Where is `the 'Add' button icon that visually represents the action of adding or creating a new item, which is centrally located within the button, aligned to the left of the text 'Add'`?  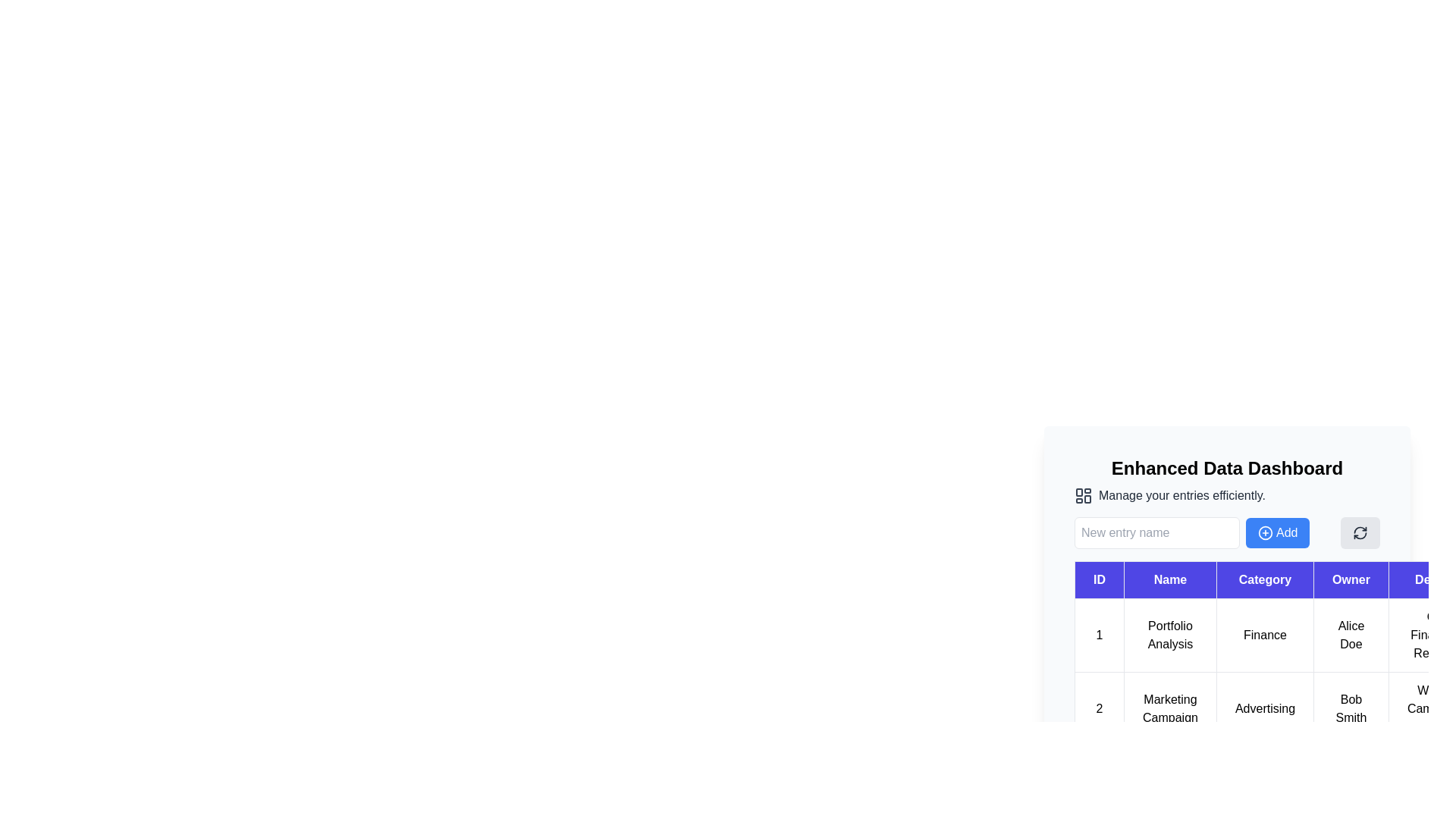 the 'Add' button icon that visually represents the action of adding or creating a new item, which is centrally located within the button, aligned to the left of the text 'Add' is located at coordinates (1266, 532).